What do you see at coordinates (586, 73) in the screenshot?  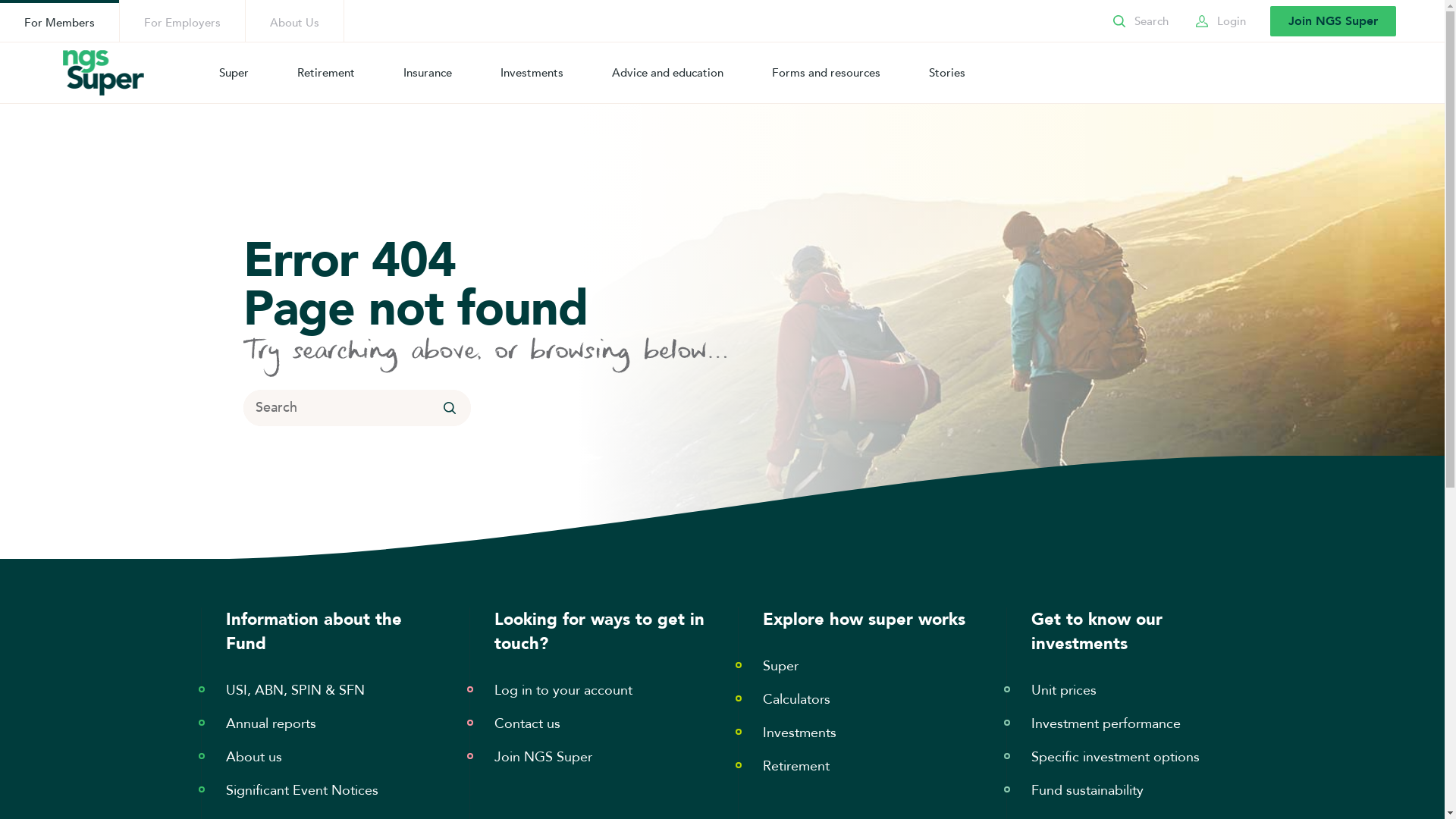 I see `'Advice and education'` at bounding box center [586, 73].